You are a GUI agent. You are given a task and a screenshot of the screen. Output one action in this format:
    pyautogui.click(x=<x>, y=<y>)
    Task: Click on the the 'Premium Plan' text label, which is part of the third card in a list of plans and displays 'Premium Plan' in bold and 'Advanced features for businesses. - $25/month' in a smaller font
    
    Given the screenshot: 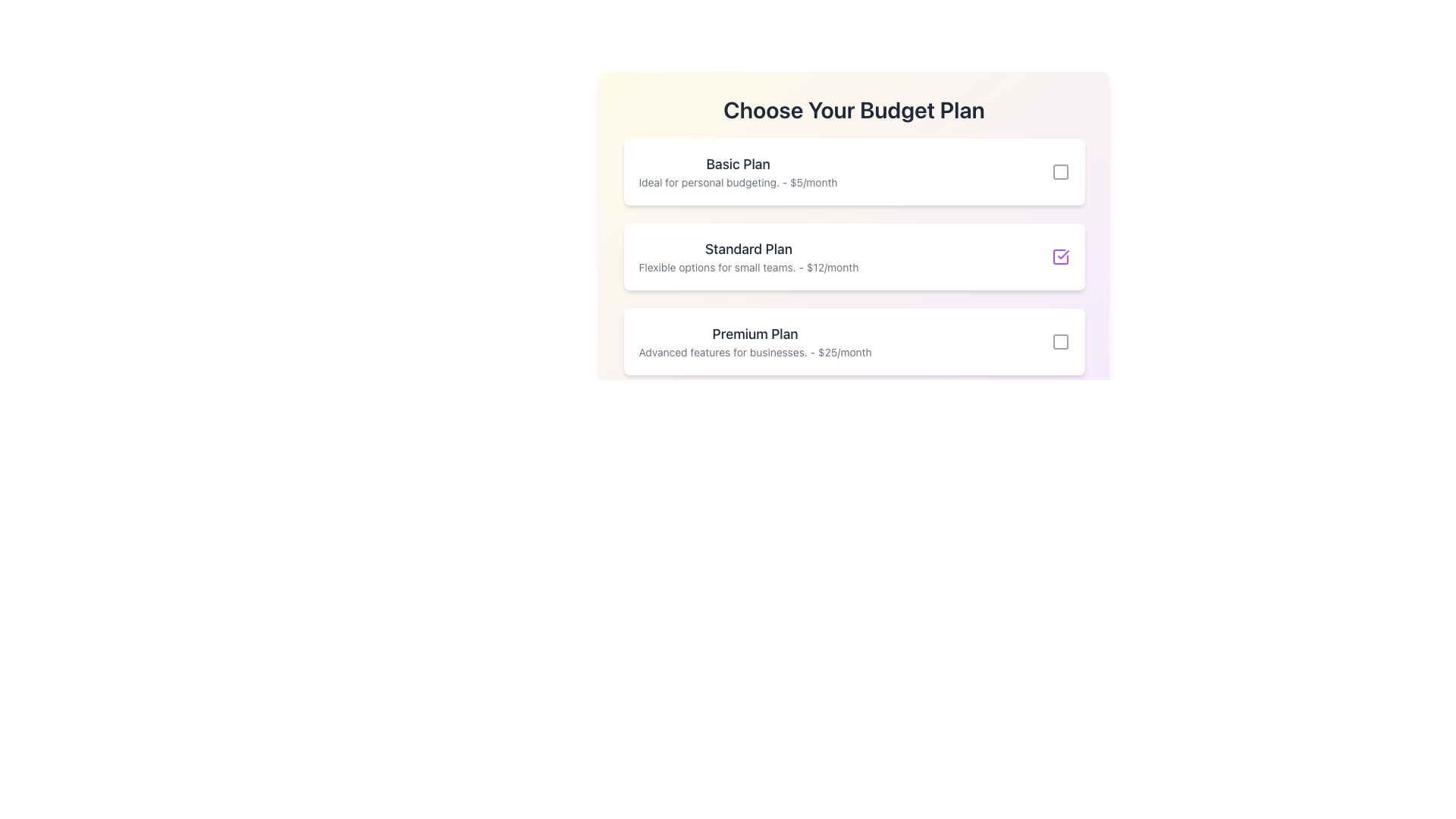 What is the action you would take?
    pyautogui.click(x=755, y=342)
    